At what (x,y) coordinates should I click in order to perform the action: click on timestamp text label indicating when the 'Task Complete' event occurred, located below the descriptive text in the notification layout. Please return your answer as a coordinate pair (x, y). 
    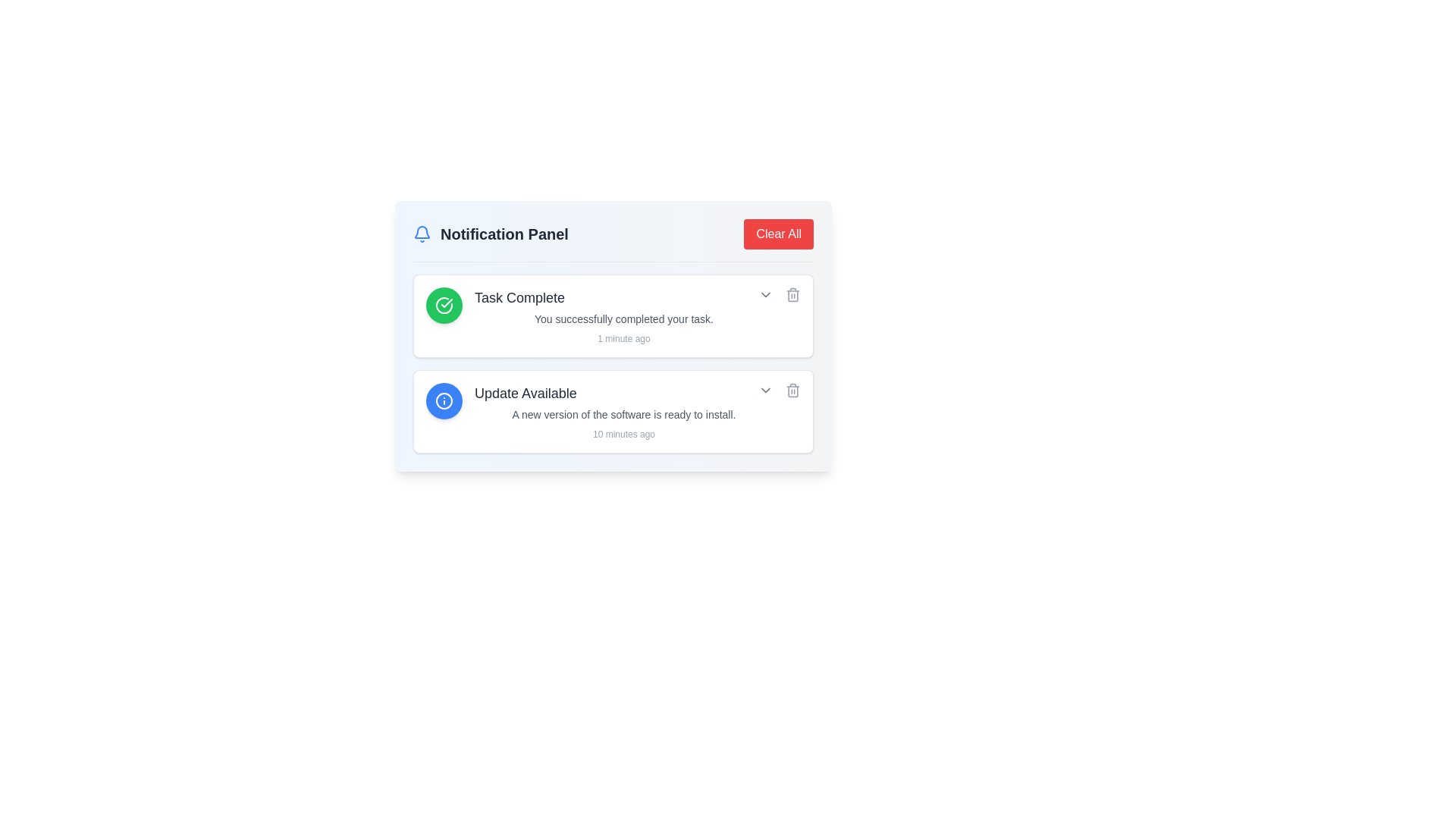
    Looking at the image, I should click on (623, 338).